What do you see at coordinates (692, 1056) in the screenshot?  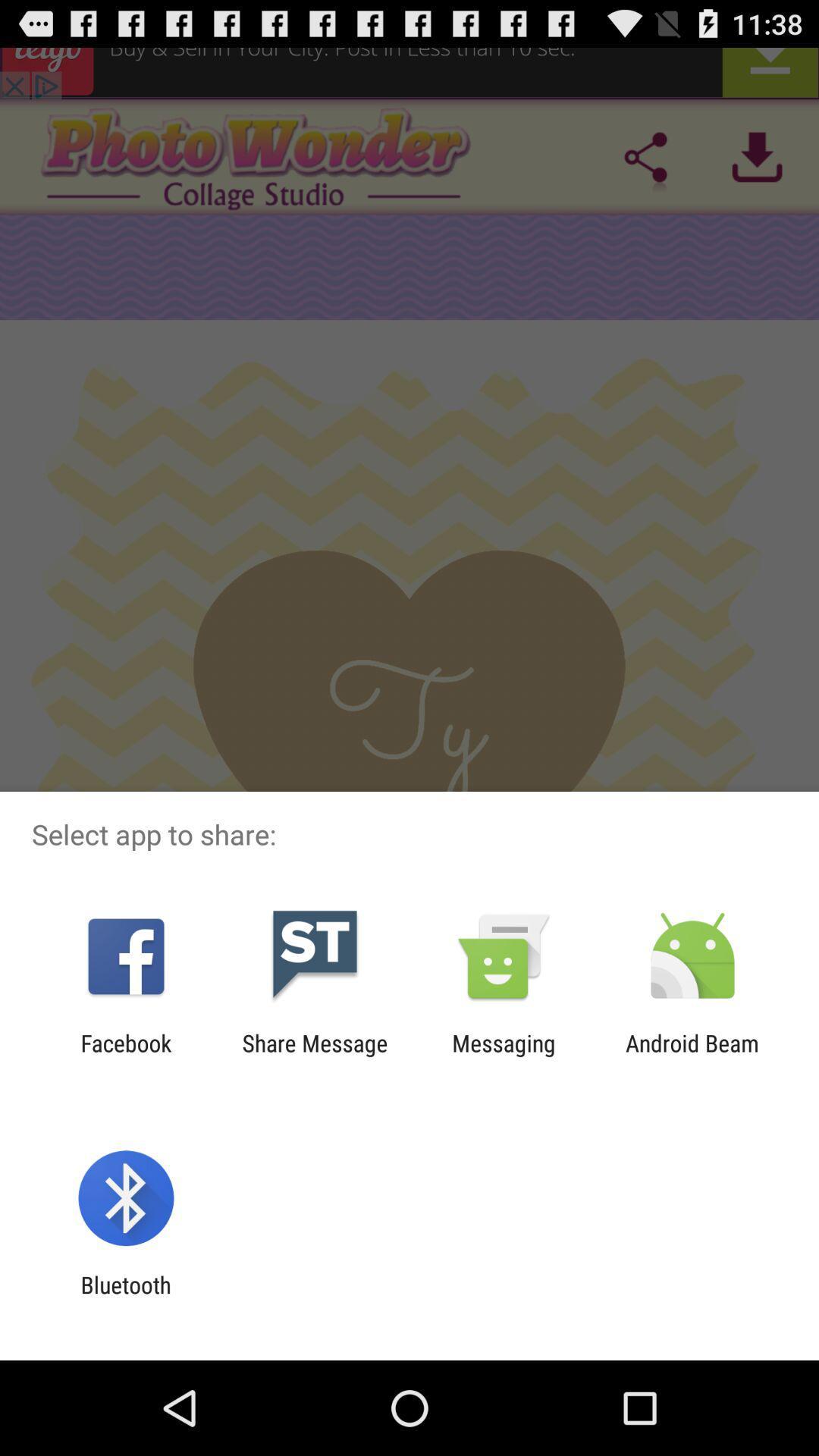 I see `android beam item` at bounding box center [692, 1056].